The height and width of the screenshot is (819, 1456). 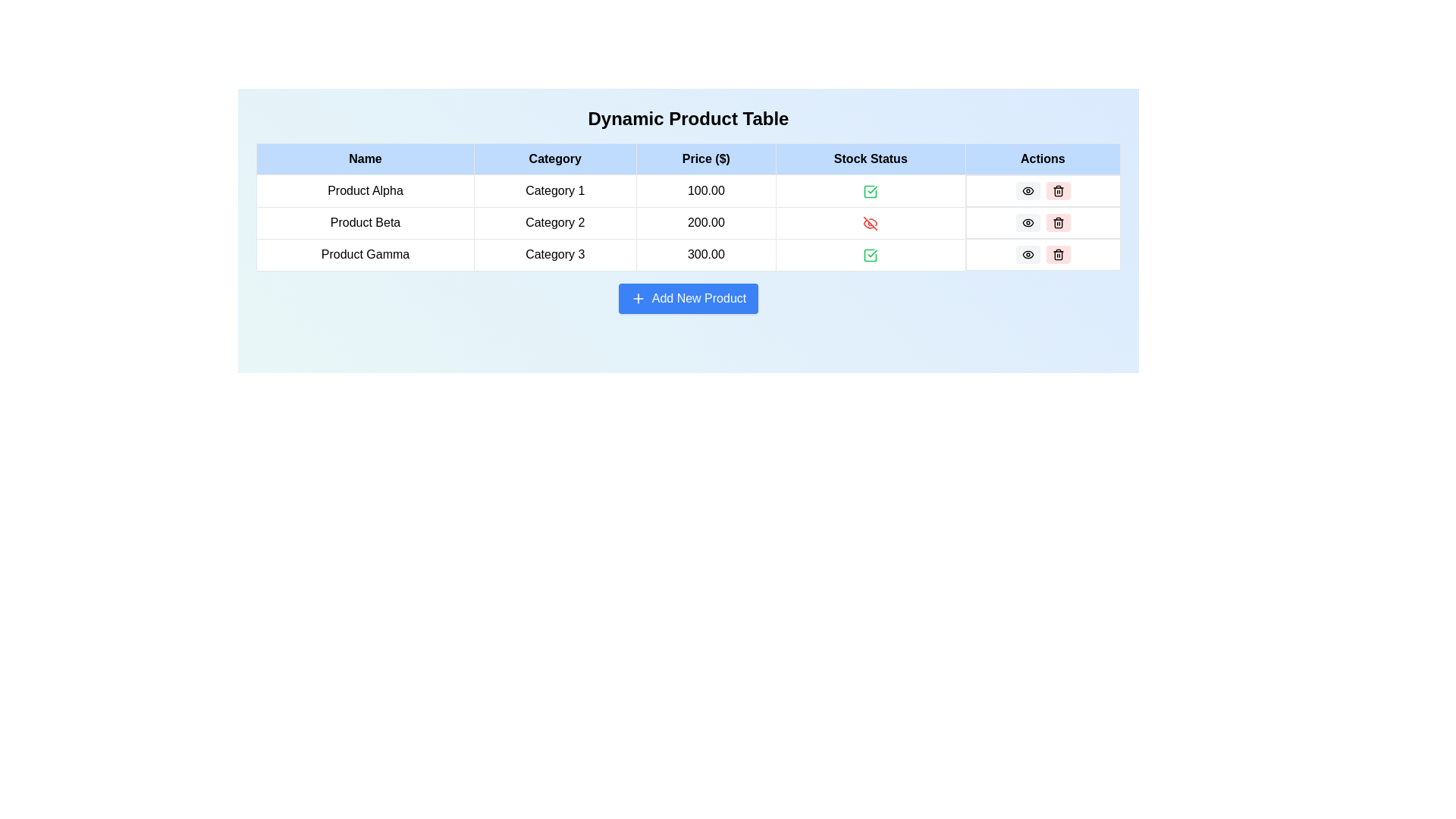 What do you see at coordinates (1057, 255) in the screenshot?
I see `the trash icon located in the 'Actions' column of the last row for 'Product Gamma'` at bounding box center [1057, 255].